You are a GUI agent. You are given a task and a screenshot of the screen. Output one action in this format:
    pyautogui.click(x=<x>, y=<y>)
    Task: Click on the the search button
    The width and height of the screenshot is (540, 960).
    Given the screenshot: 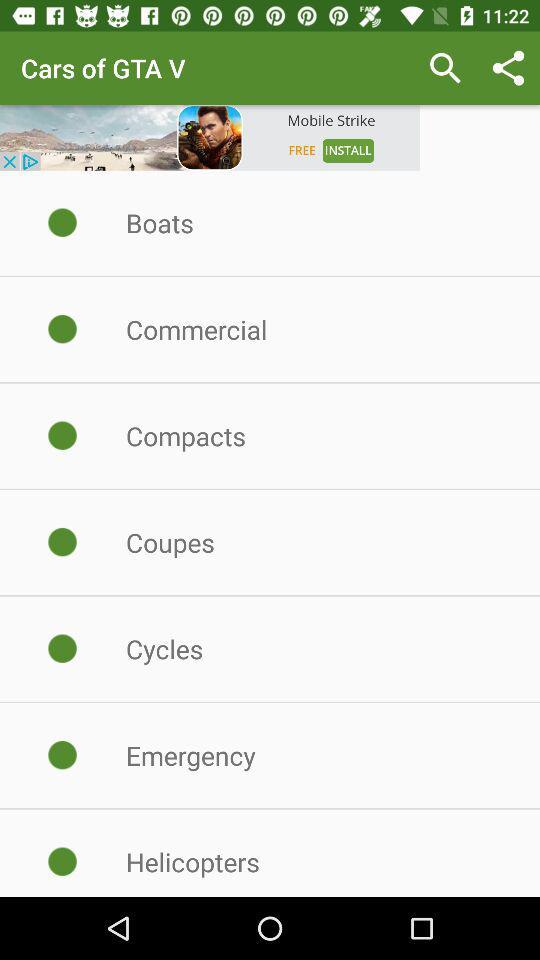 What is the action you would take?
    pyautogui.click(x=445, y=68)
    